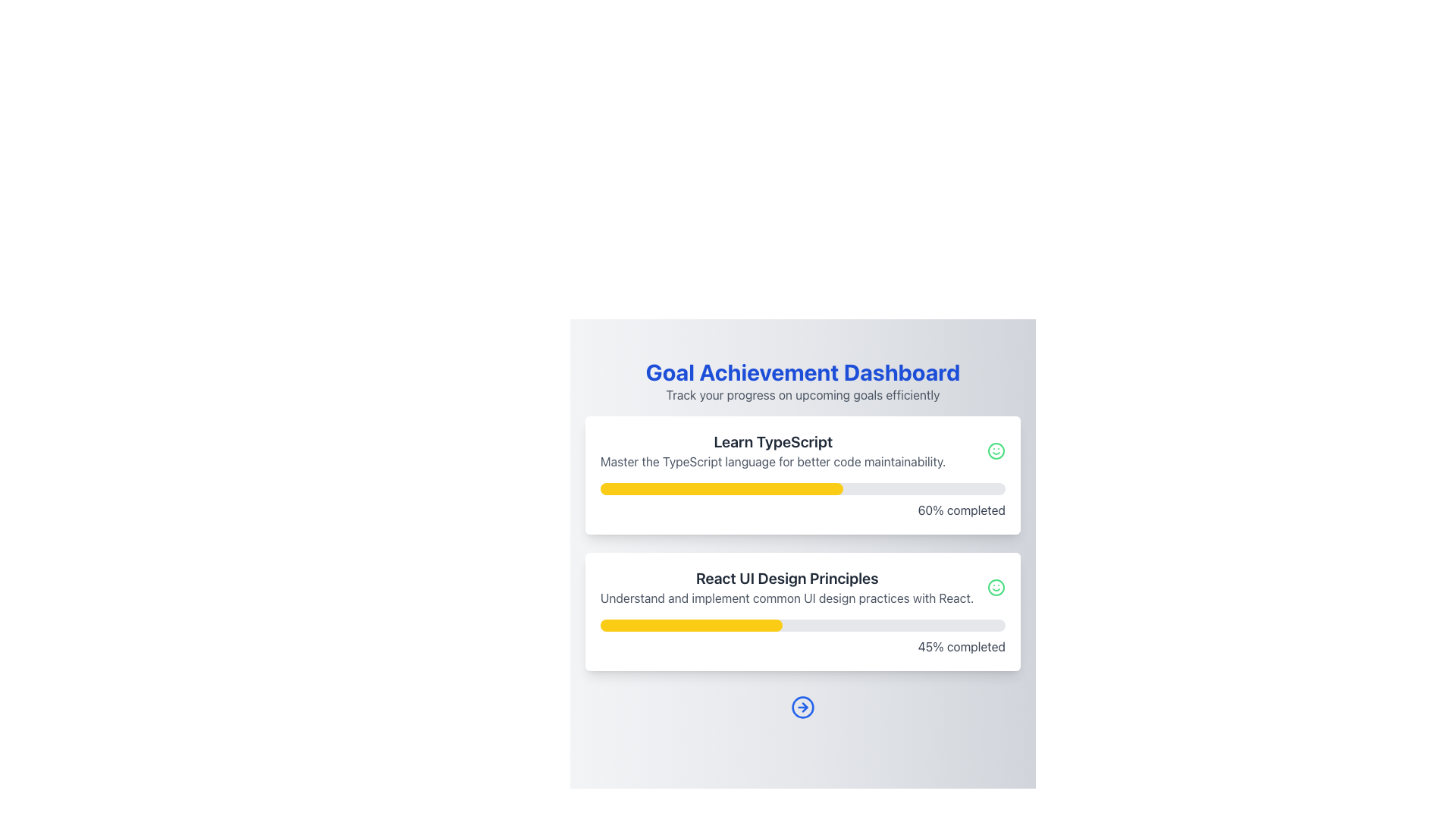  What do you see at coordinates (802, 475) in the screenshot?
I see `progress information displayed on the Information Card located in the first row, showing 60% completion and details about the learning track` at bounding box center [802, 475].